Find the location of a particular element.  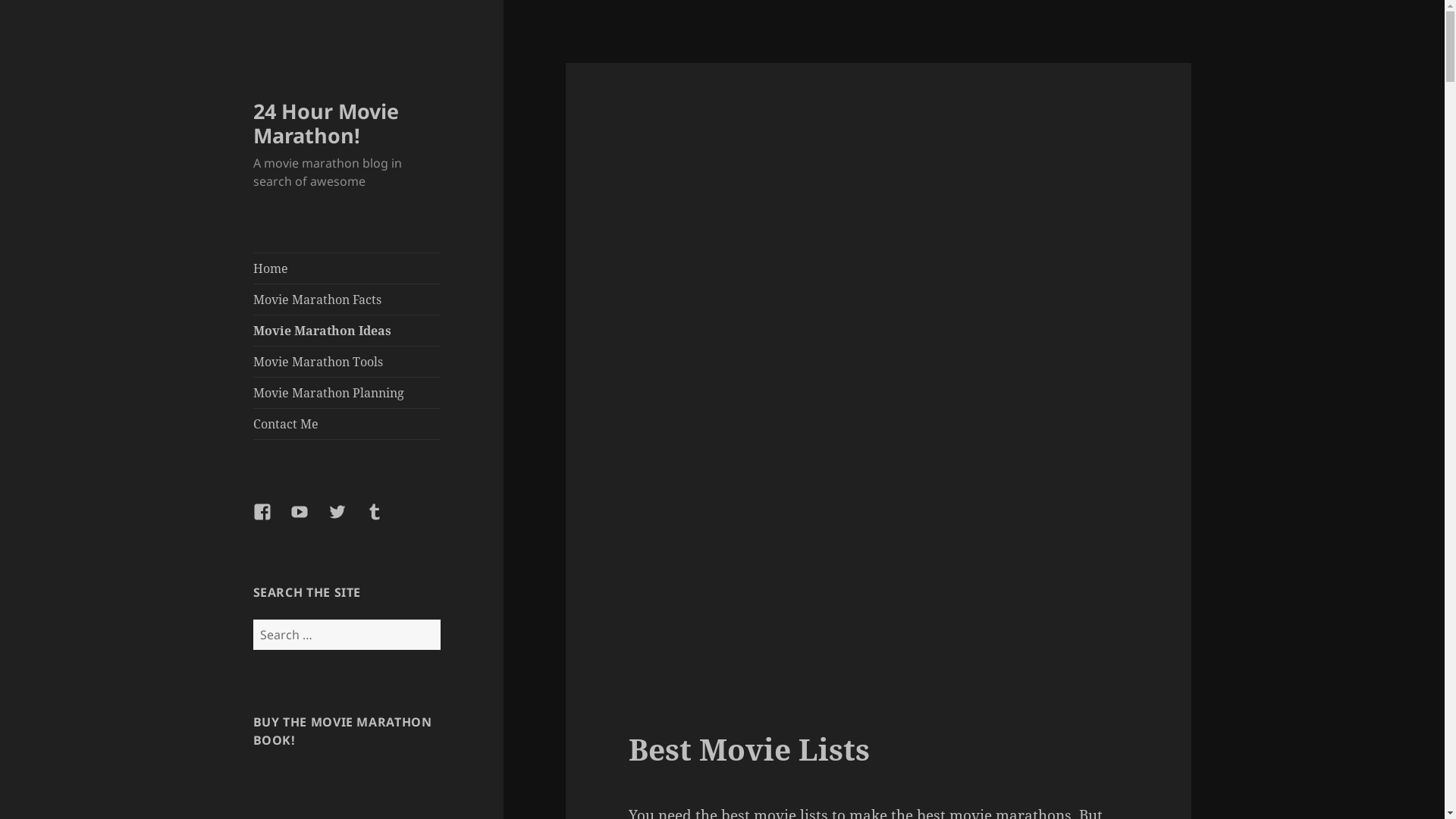

'Movie Marathon Tools' is located at coordinates (253, 362).